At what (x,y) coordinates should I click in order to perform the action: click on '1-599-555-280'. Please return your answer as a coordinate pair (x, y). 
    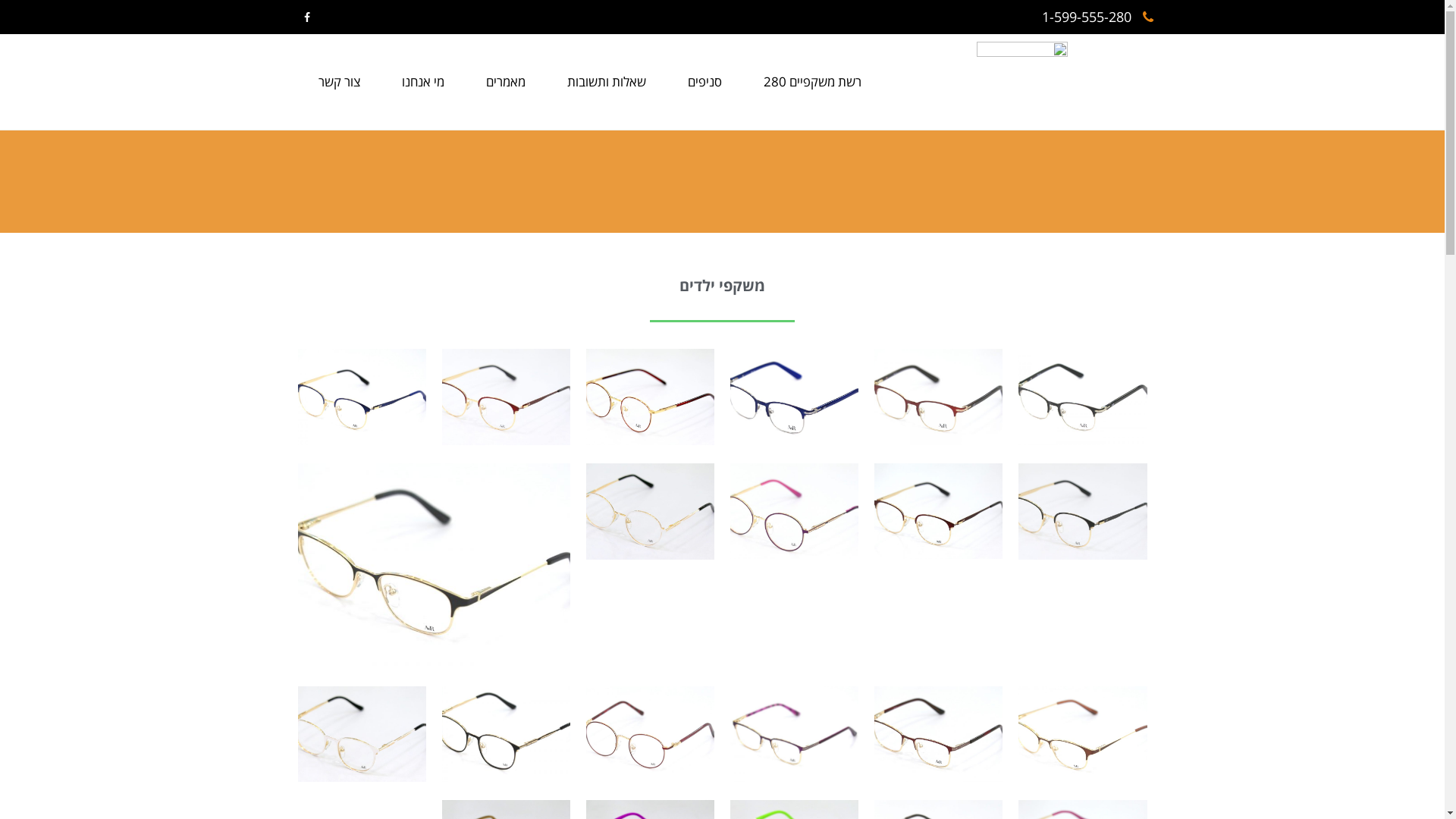
    Looking at the image, I should click on (1040, 17).